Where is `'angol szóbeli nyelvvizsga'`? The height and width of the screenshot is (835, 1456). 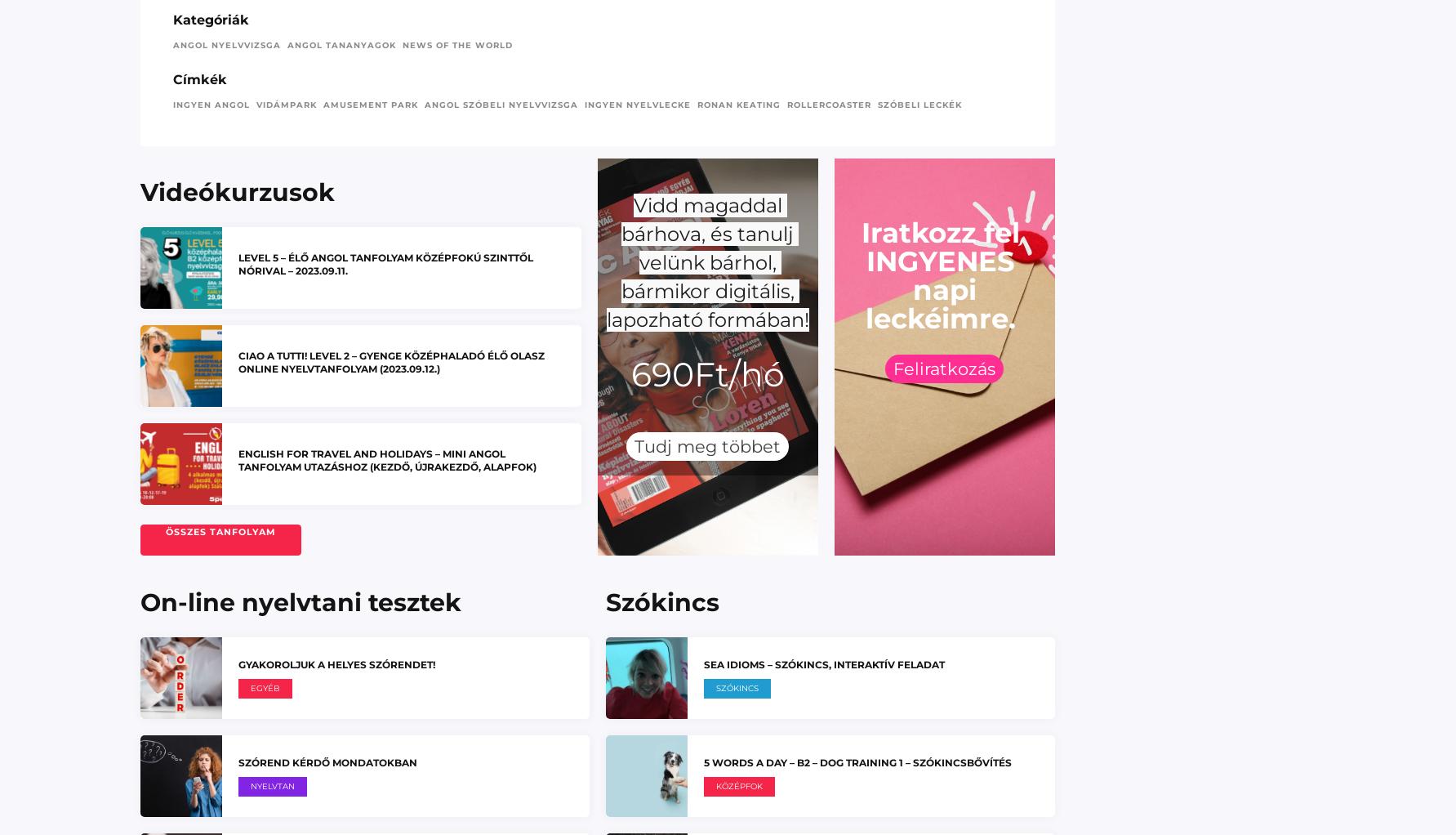 'angol szóbeli nyelvvizsga' is located at coordinates (500, 104).